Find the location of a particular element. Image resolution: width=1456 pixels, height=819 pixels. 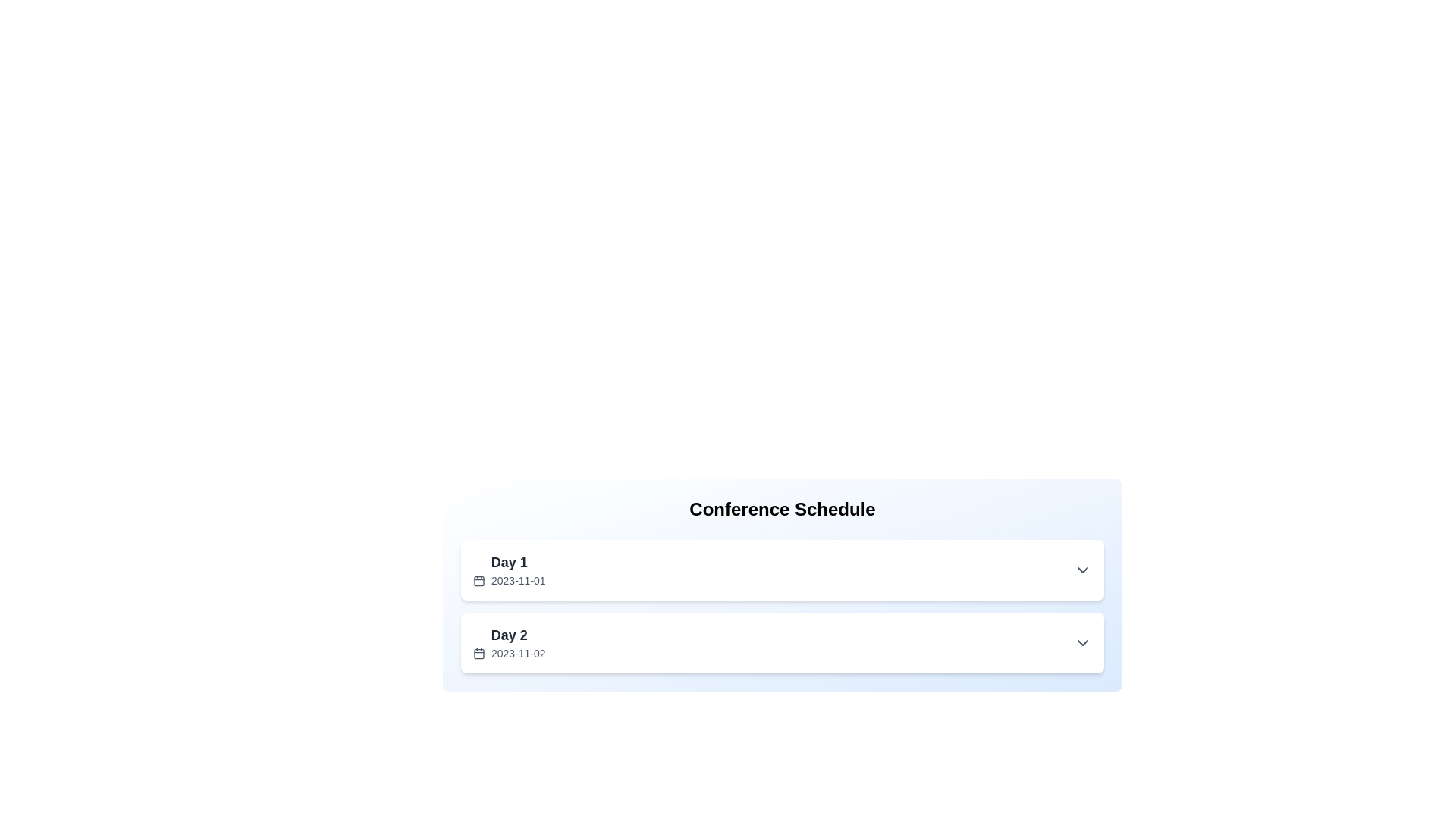

the calendar icon that visually represents a date, which is positioned to the left of the text '2023-11-01' under the section labeled 'Day 1' is located at coordinates (479, 580).